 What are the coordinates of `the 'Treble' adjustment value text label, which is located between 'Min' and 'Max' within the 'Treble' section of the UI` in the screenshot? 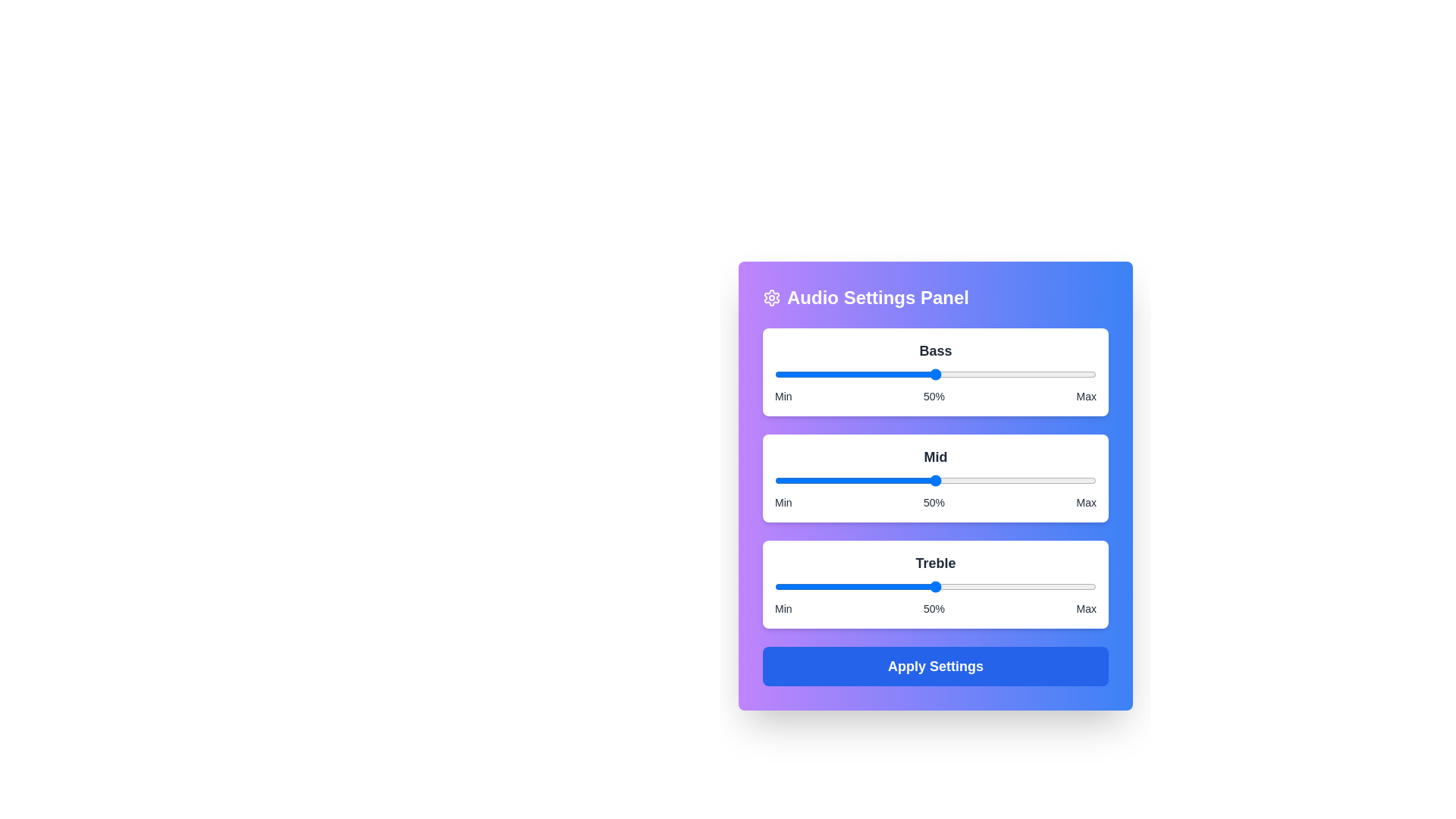 It's located at (934, 607).